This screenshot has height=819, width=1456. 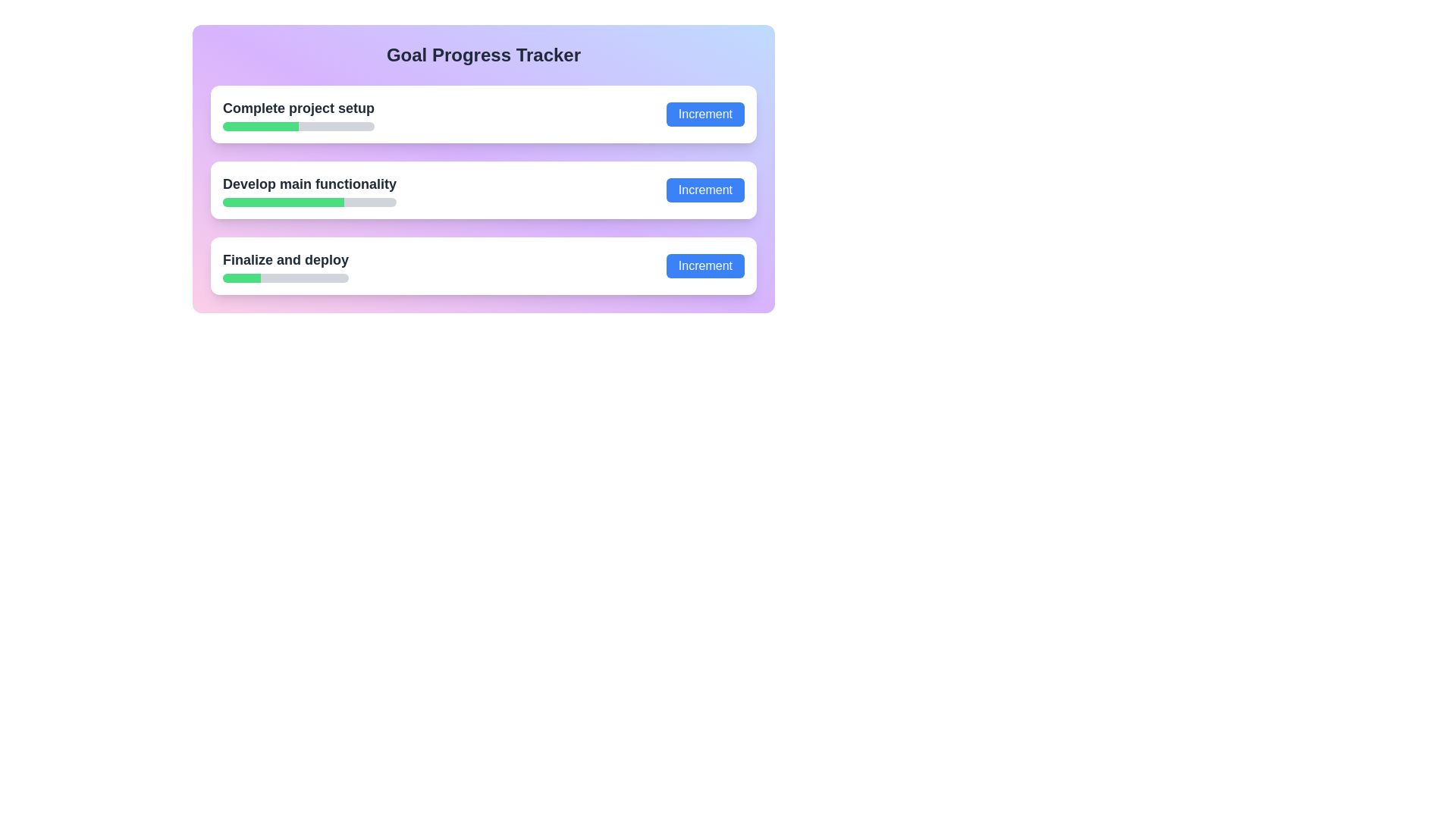 What do you see at coordinates (298, 125) in the screenshot?
I see `the progress bar indicating 50% completion for the 'Complete project setup' task, which is centrally aligned beneath the section title` at bounding box center [298, 125].